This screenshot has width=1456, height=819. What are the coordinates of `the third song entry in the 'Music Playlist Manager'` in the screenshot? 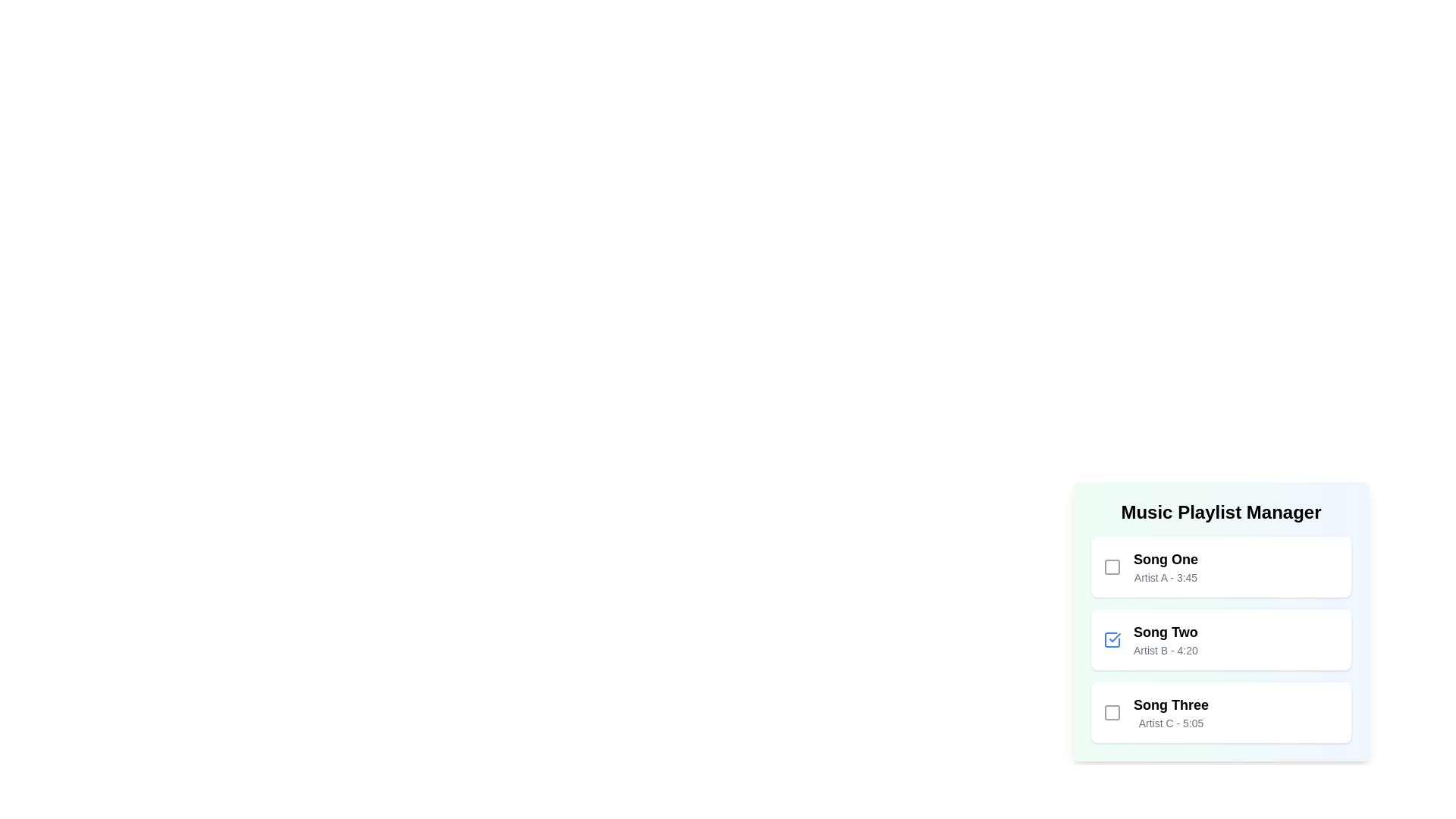 It's located at (1221, 713).